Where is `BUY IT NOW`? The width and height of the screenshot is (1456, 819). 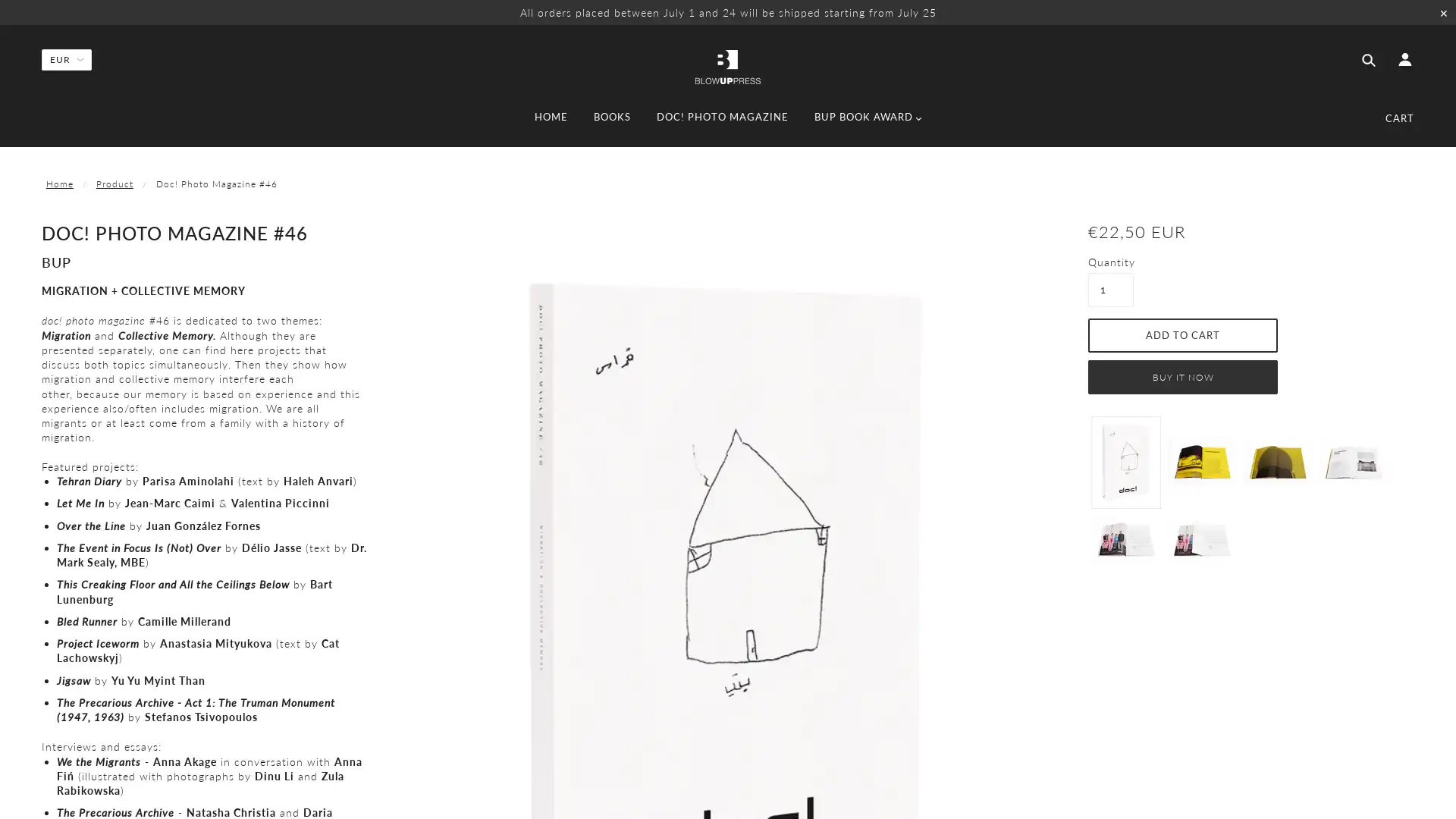
BUY IT NOW is located at coordinates (1182, 375).